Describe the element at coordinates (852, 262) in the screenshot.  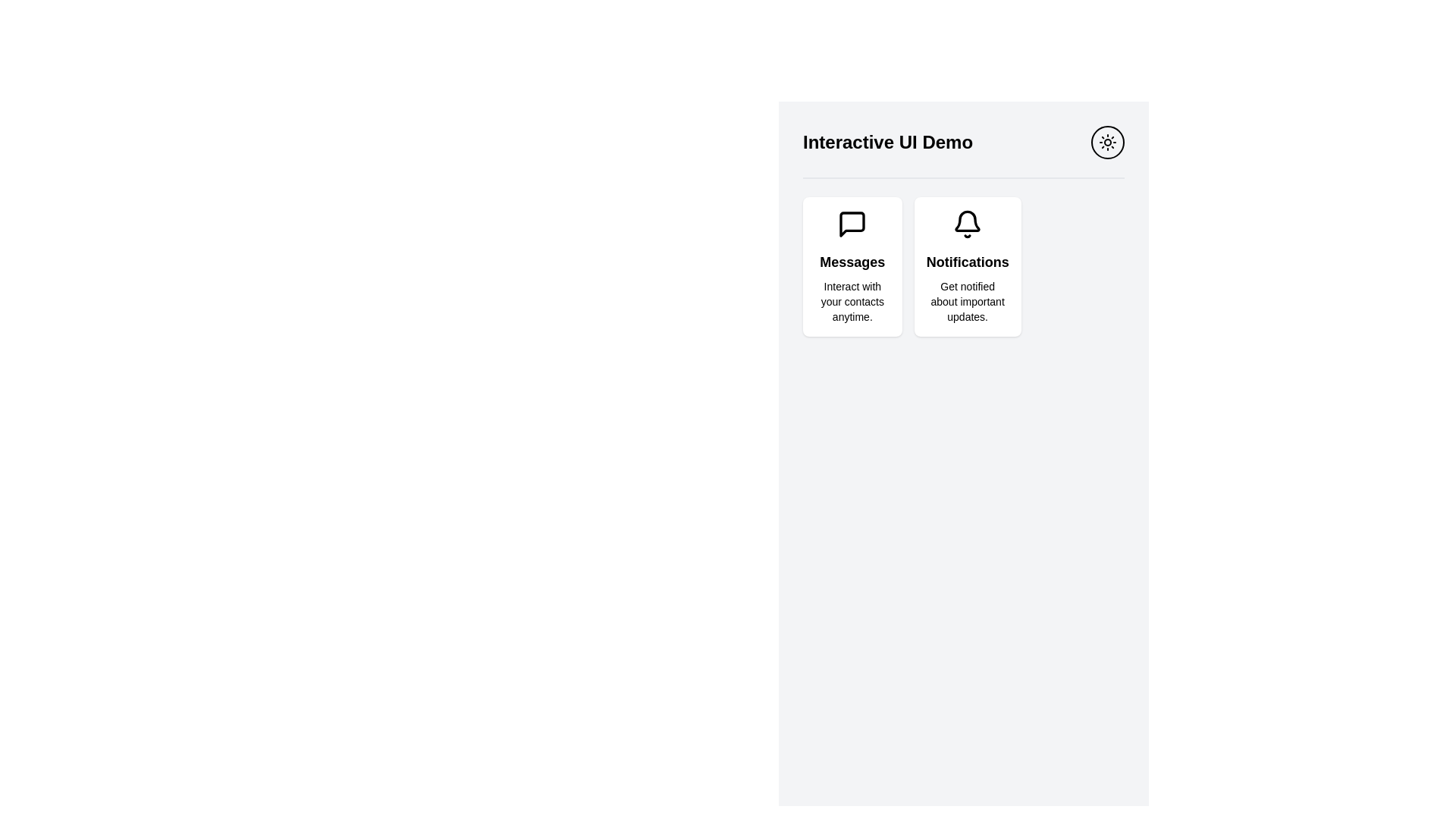
I see `the 'Messages' text label element` at that location.